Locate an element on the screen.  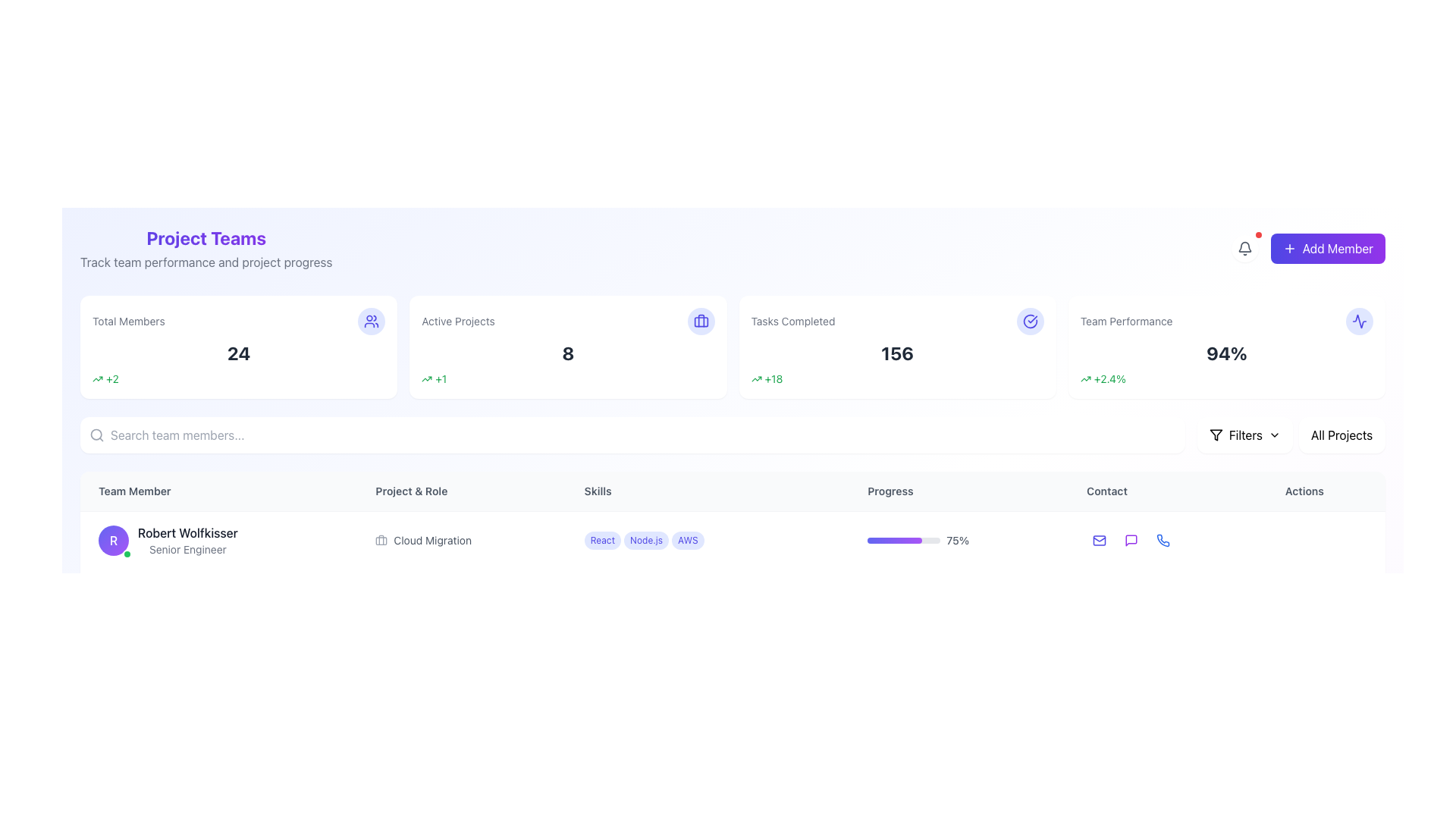
the outlined purple speech bubble icon located near the 'Contact' section is located at coordinates (1131, 540).